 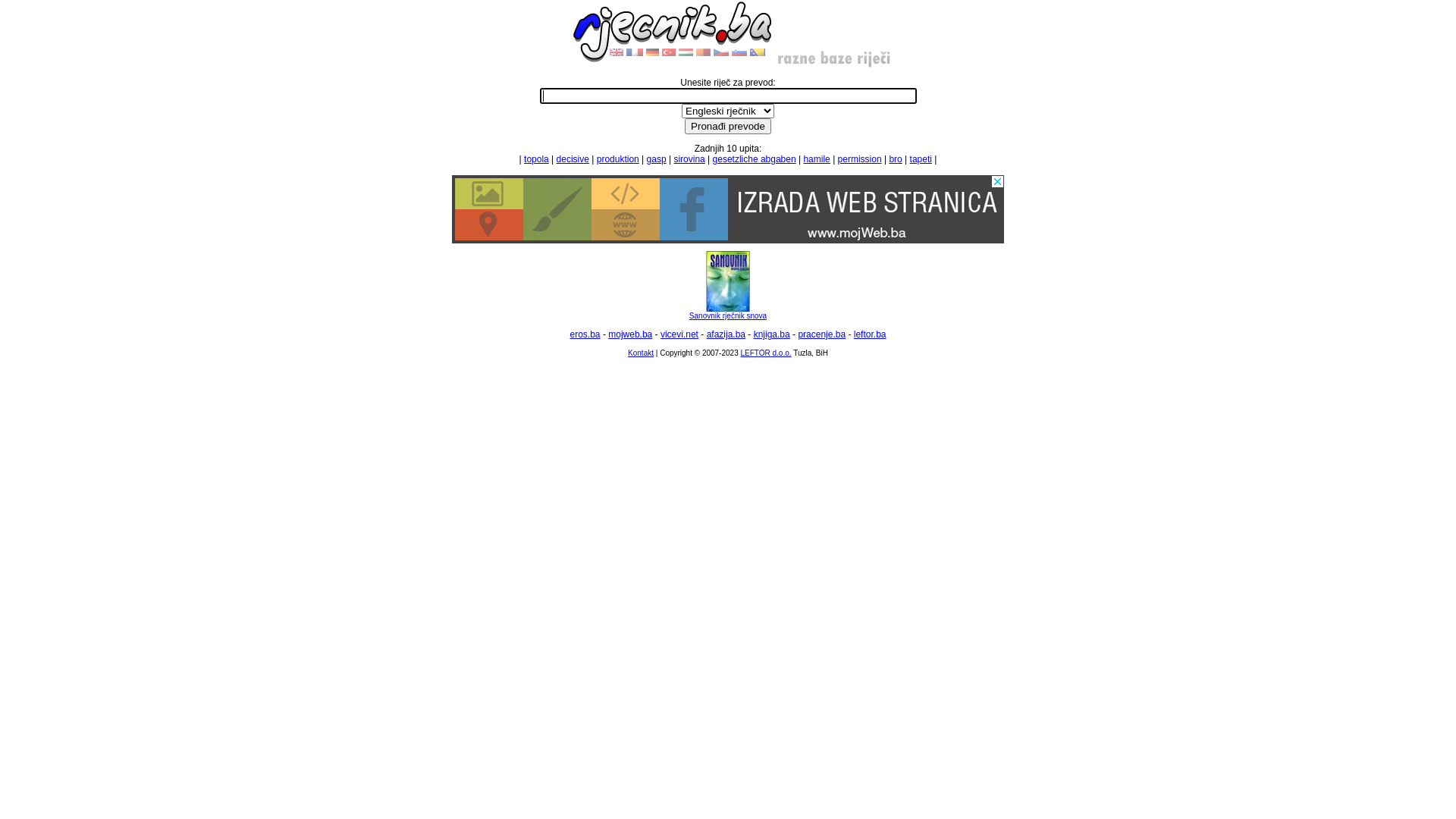 I want to click on 'decisive', so click(x=572, y=158).